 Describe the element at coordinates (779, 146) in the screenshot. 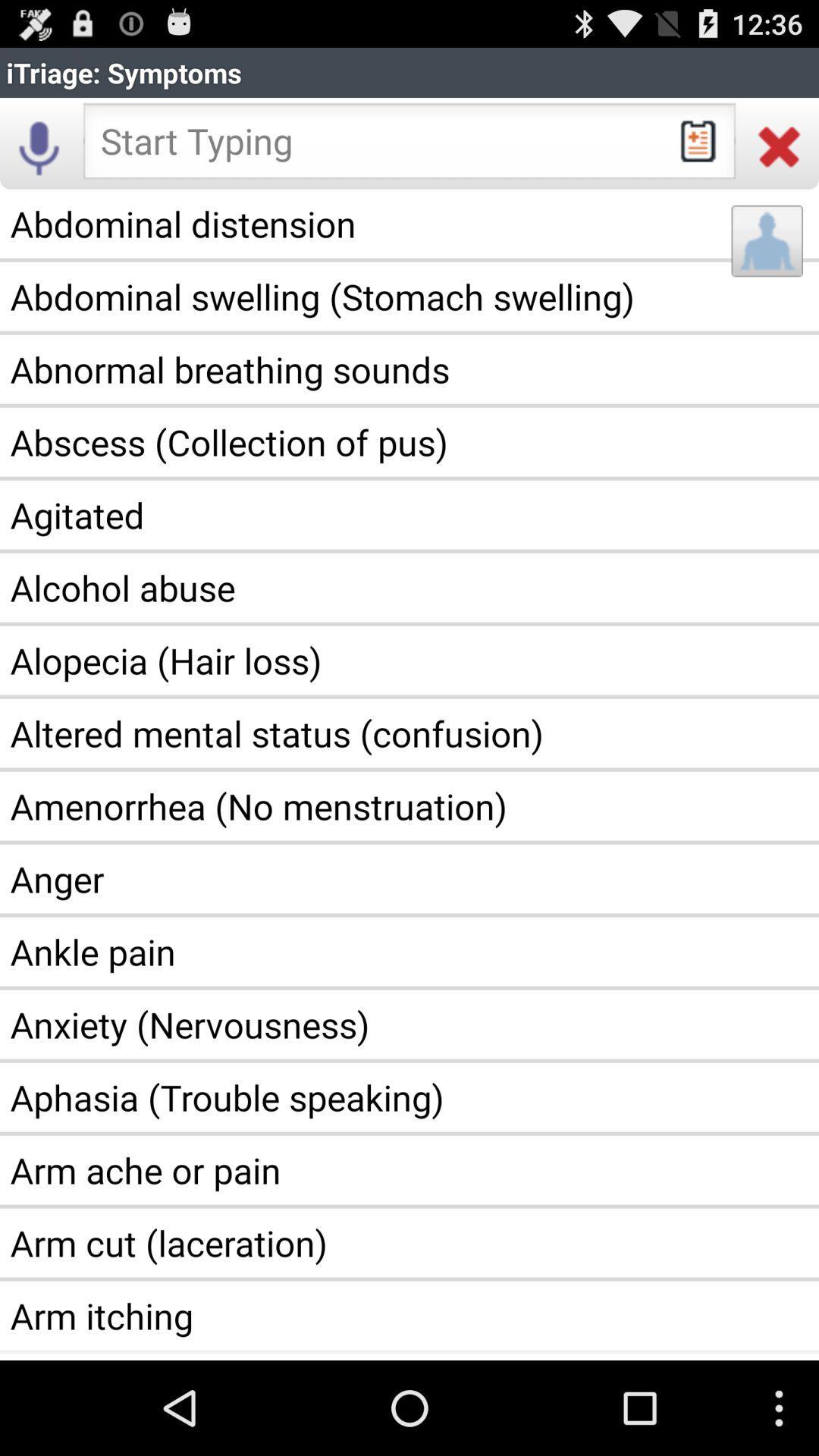

I see `app above the abdominal distension` at that location.